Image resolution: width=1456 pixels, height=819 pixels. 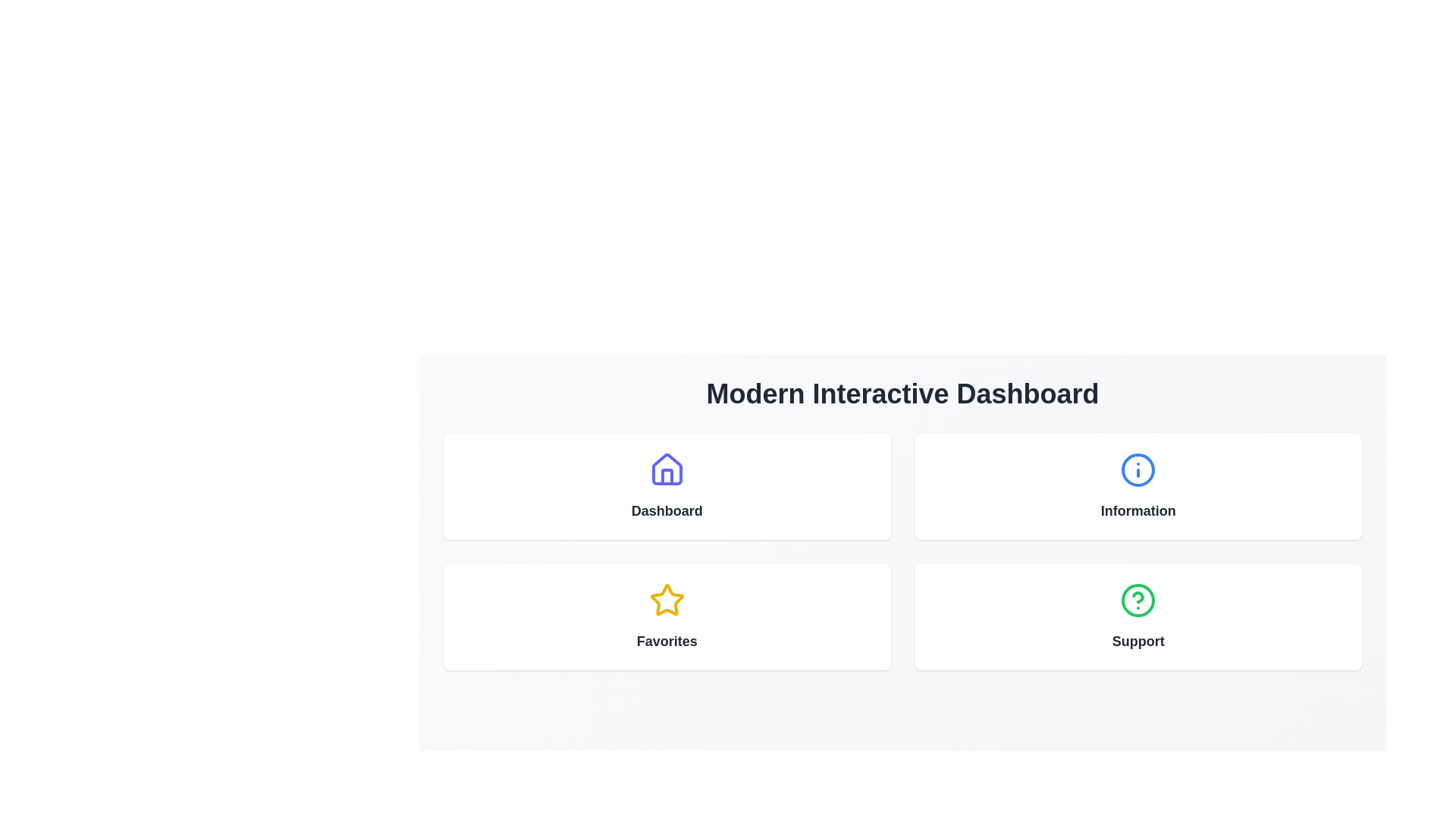 I want to click on the Text Label that indicates the purpose of the 'Information' card, located beneath the blue info icon in the top-right quadrant of the interface, so click(x=1138, y=511).